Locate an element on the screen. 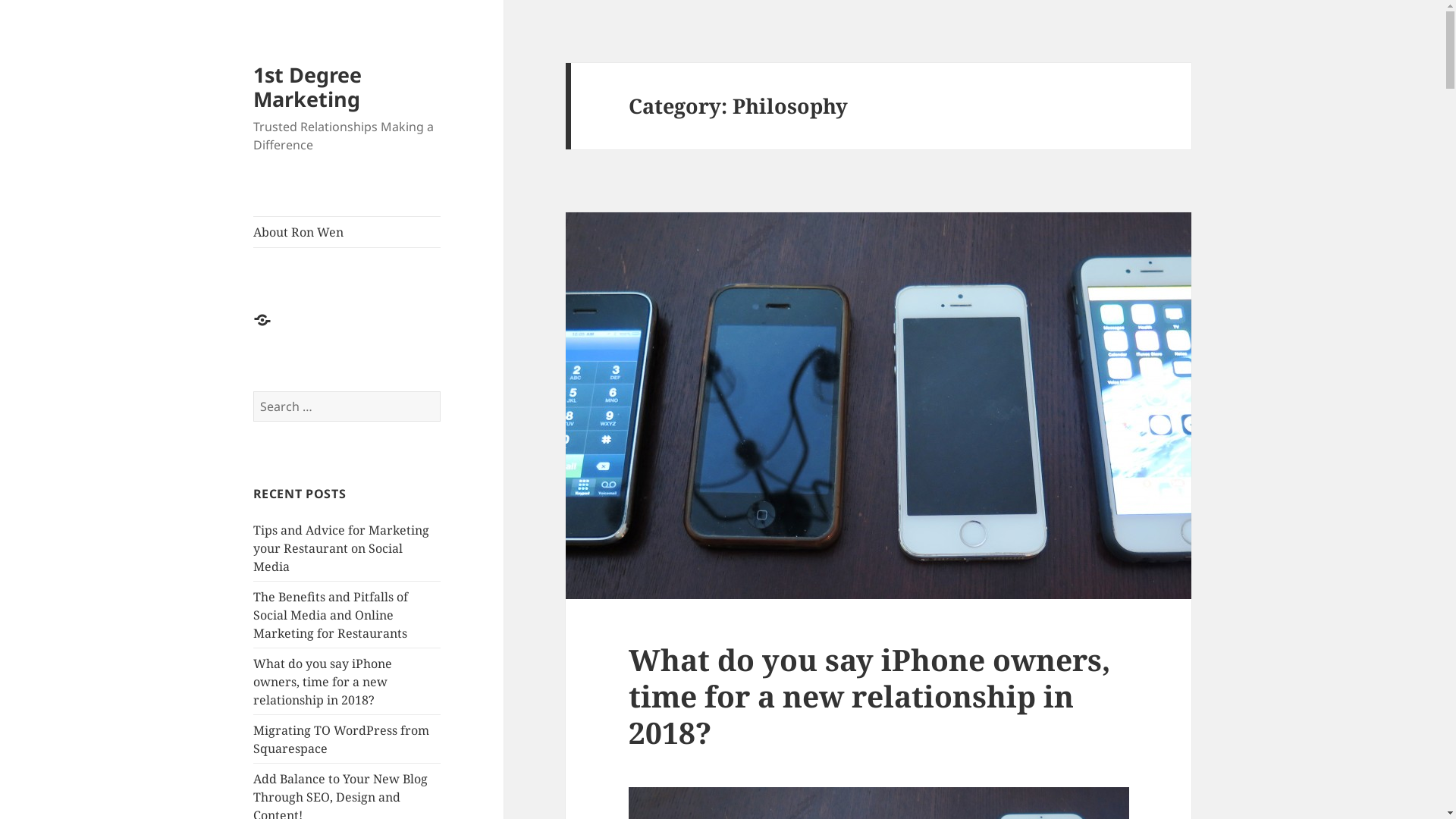 The height and width of the screenshot is (819, 1456). '1st Degree Marketing' is located at coordinates (306, 86).